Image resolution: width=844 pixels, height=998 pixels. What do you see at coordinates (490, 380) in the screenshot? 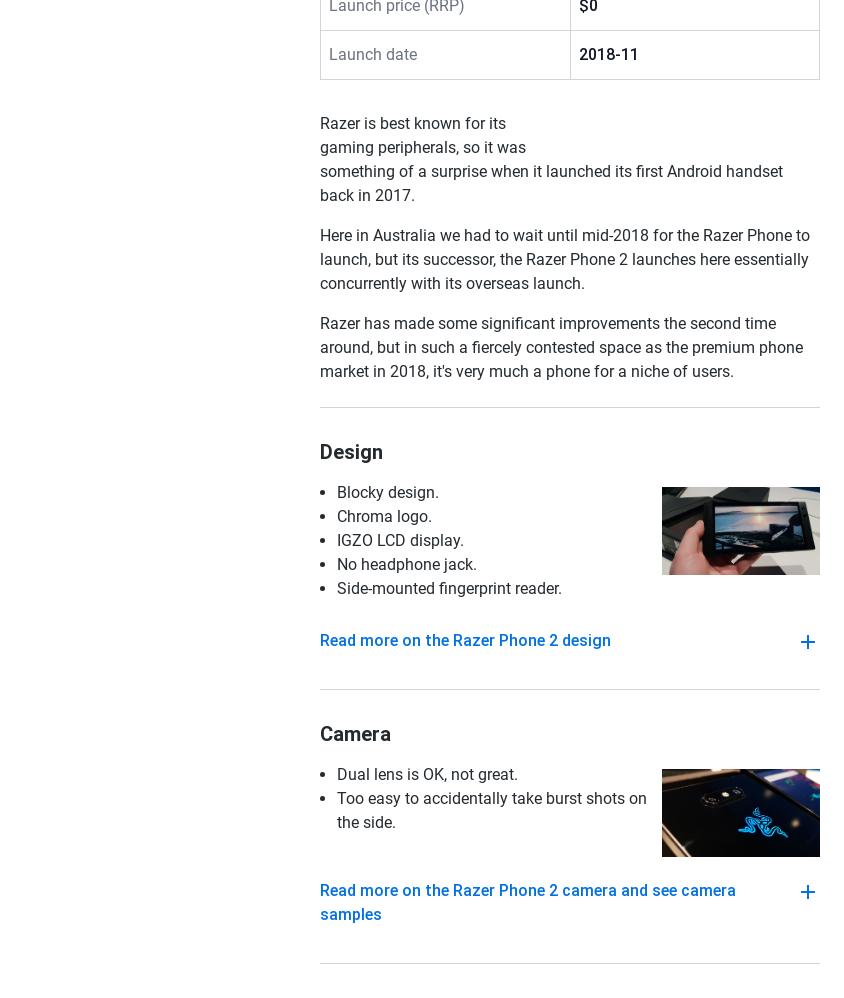
I see `'Sydney'` at bounding box center [490, 380].